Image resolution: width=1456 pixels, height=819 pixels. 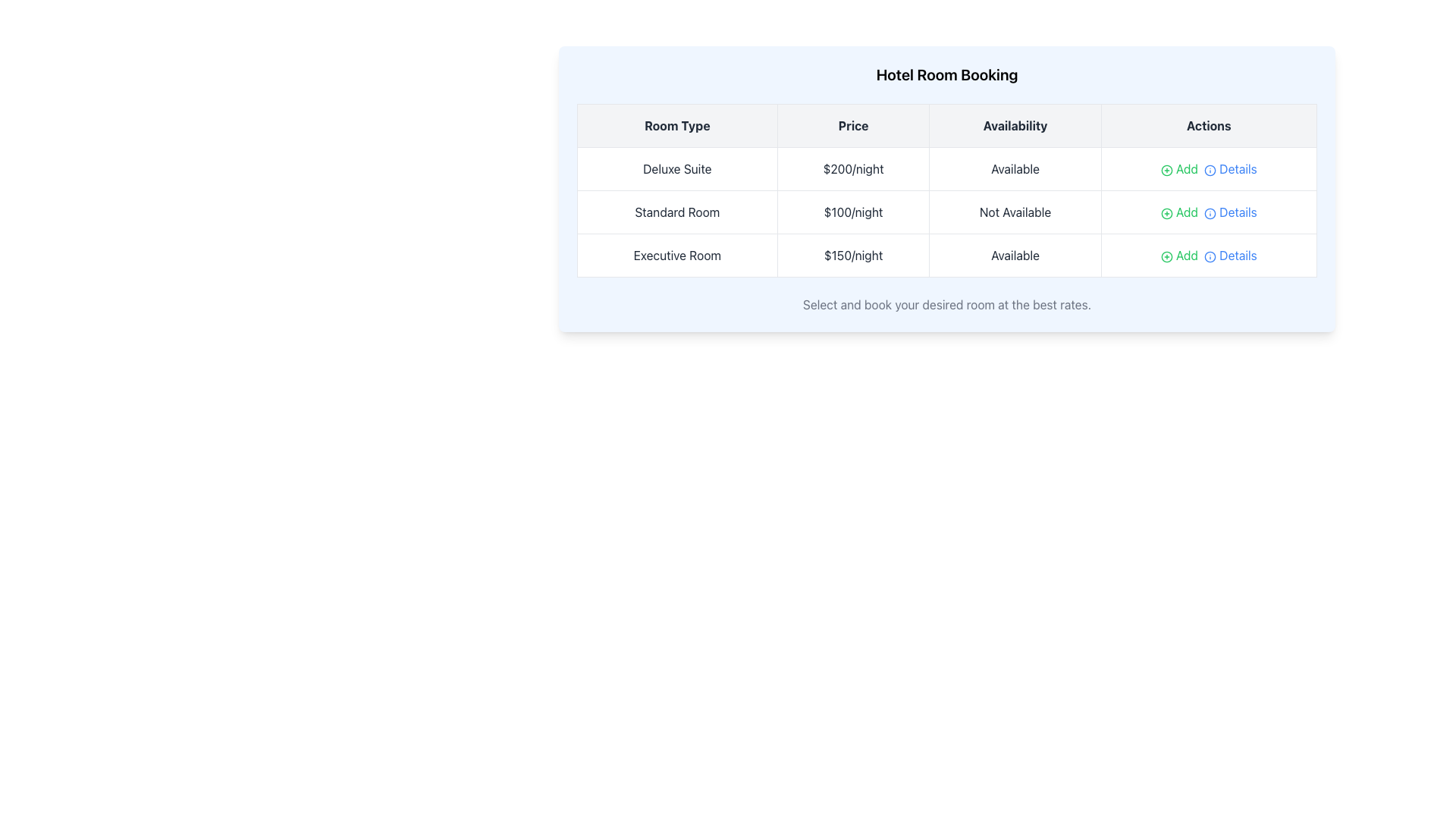 What do you see at coordinates (1178, 169) in the screenshot?
I see `the 'Add Deluxe Suite' button located in the 'Actions' column of the table, adjacent to the 'Details' text for the first row` at bounding box center [1178, 169].